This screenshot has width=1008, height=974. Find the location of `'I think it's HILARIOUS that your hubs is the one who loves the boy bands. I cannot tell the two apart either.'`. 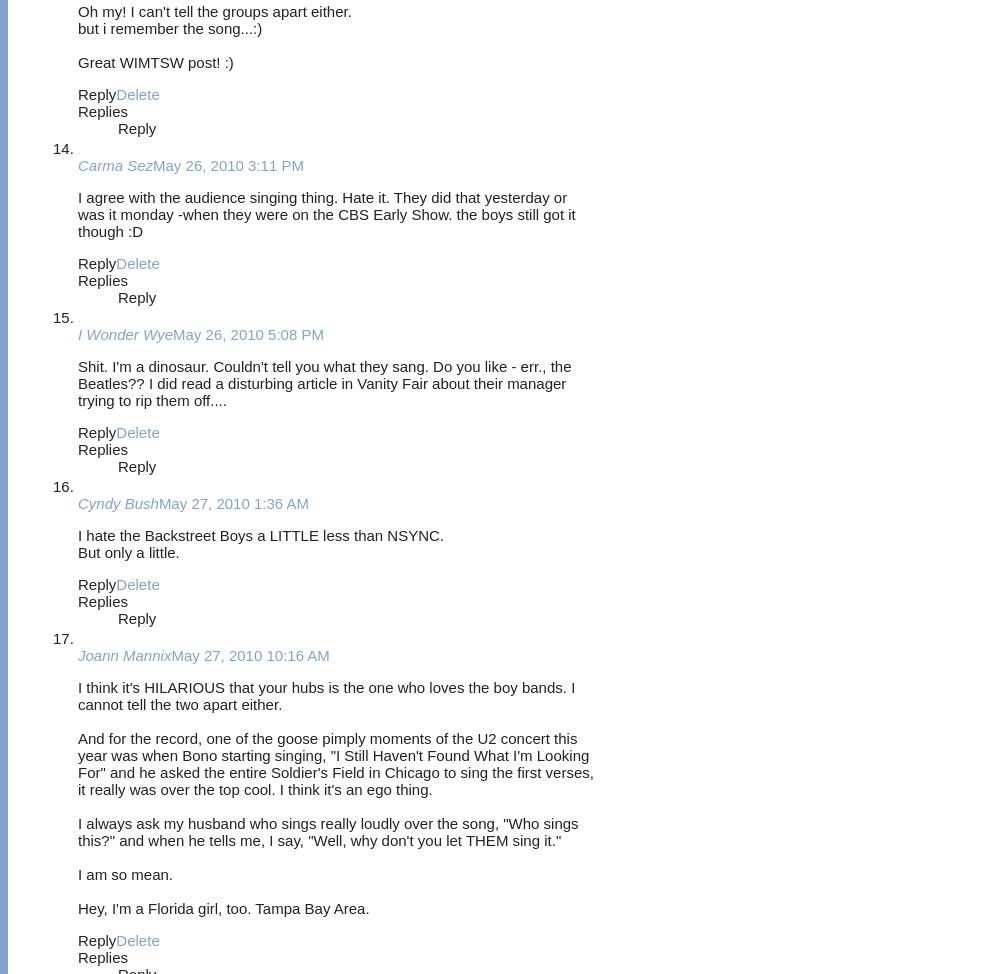

'I think it's HILARIOUS that your hubs is the one who loves the boy bands. I cannot tell the two apart either.' is located at coordinates (326, 695).